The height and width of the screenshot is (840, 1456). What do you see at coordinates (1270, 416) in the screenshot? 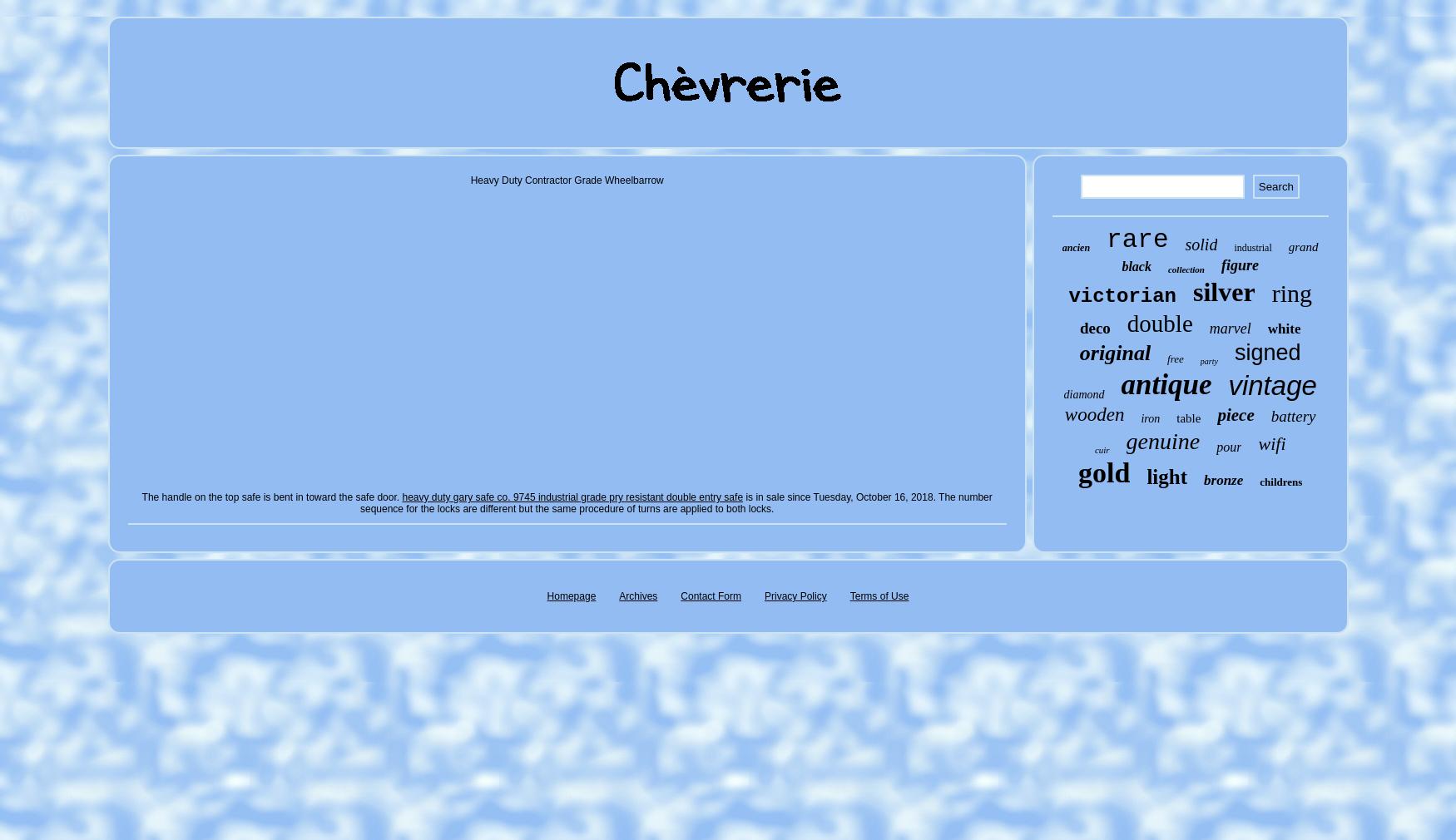
I see `'battery'` at bounding box center [1270, 416].